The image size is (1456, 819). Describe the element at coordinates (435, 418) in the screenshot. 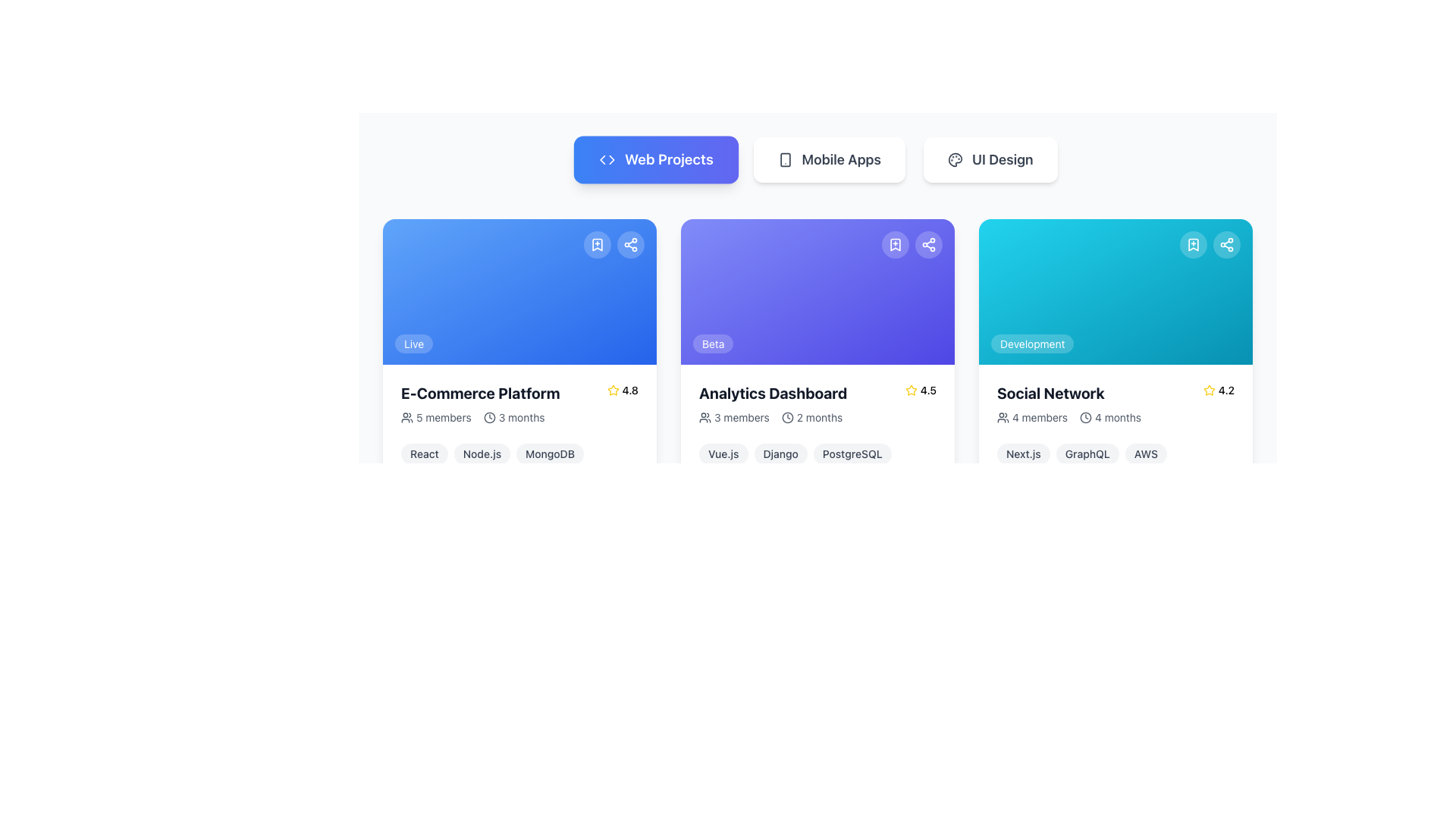

I see `the text label indicating the number of members involved in the project, which is located within the first card under the 'Web Projects' tab, to the left of the '3 months' label and below the title 'E-Commerce Platform'` at that location.